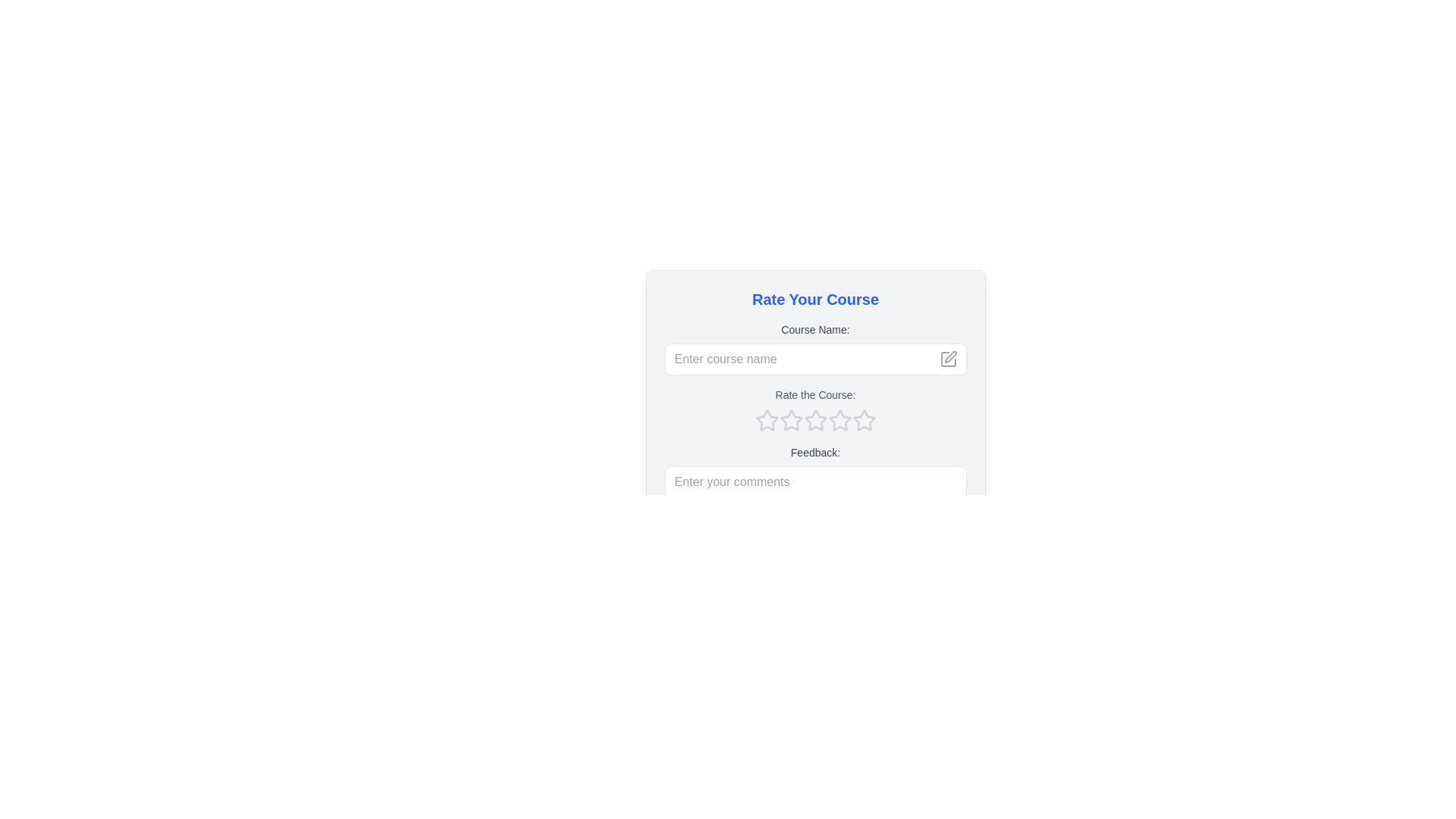  I want to click on over the star icons in the Rating component located in the 'Rate Your Course' section, so click(814, 421).